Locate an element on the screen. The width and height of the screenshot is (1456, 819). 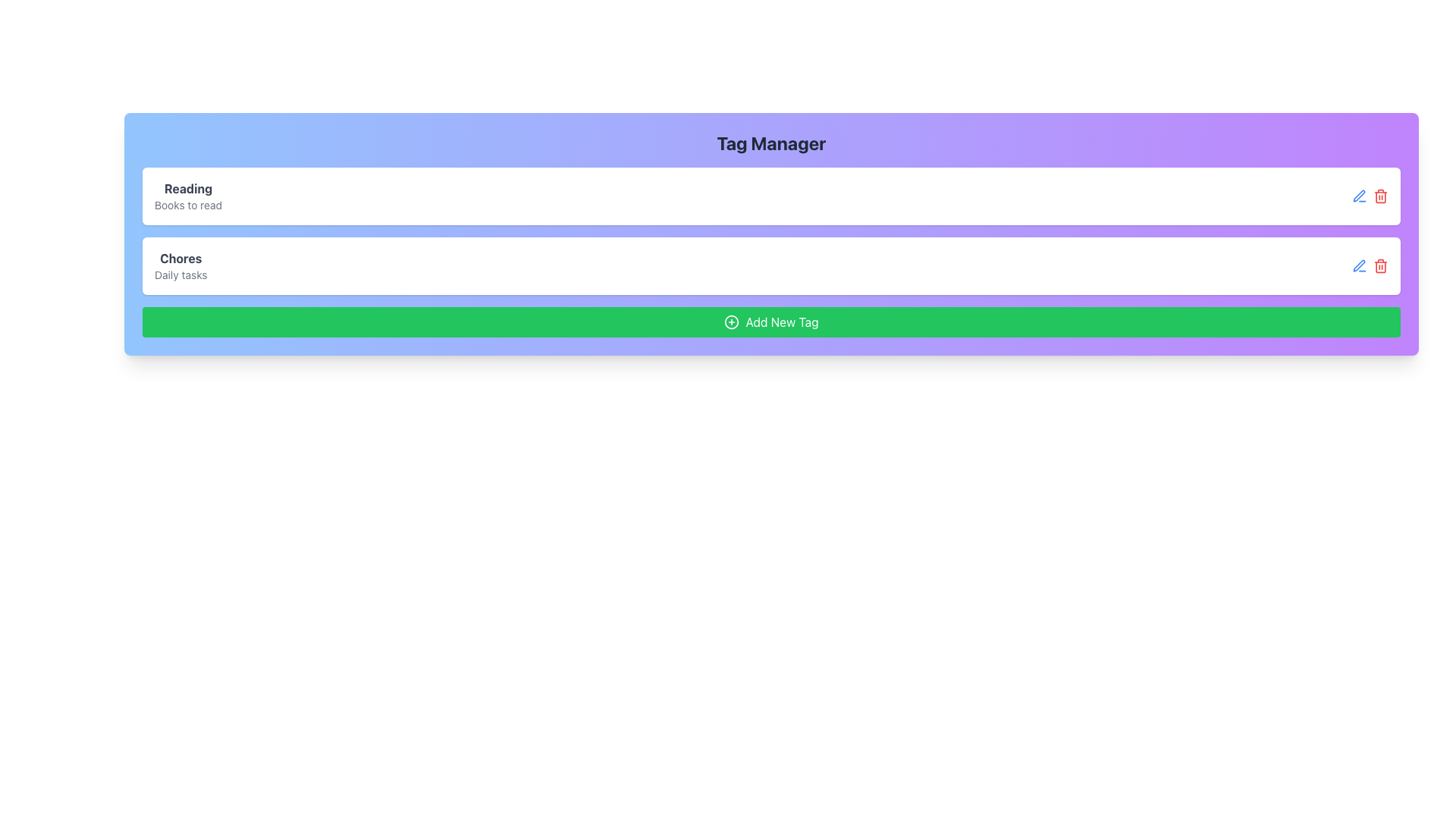
the red trash can icon located at the far right of the horizontal section is located at coordinates (1380, 265).